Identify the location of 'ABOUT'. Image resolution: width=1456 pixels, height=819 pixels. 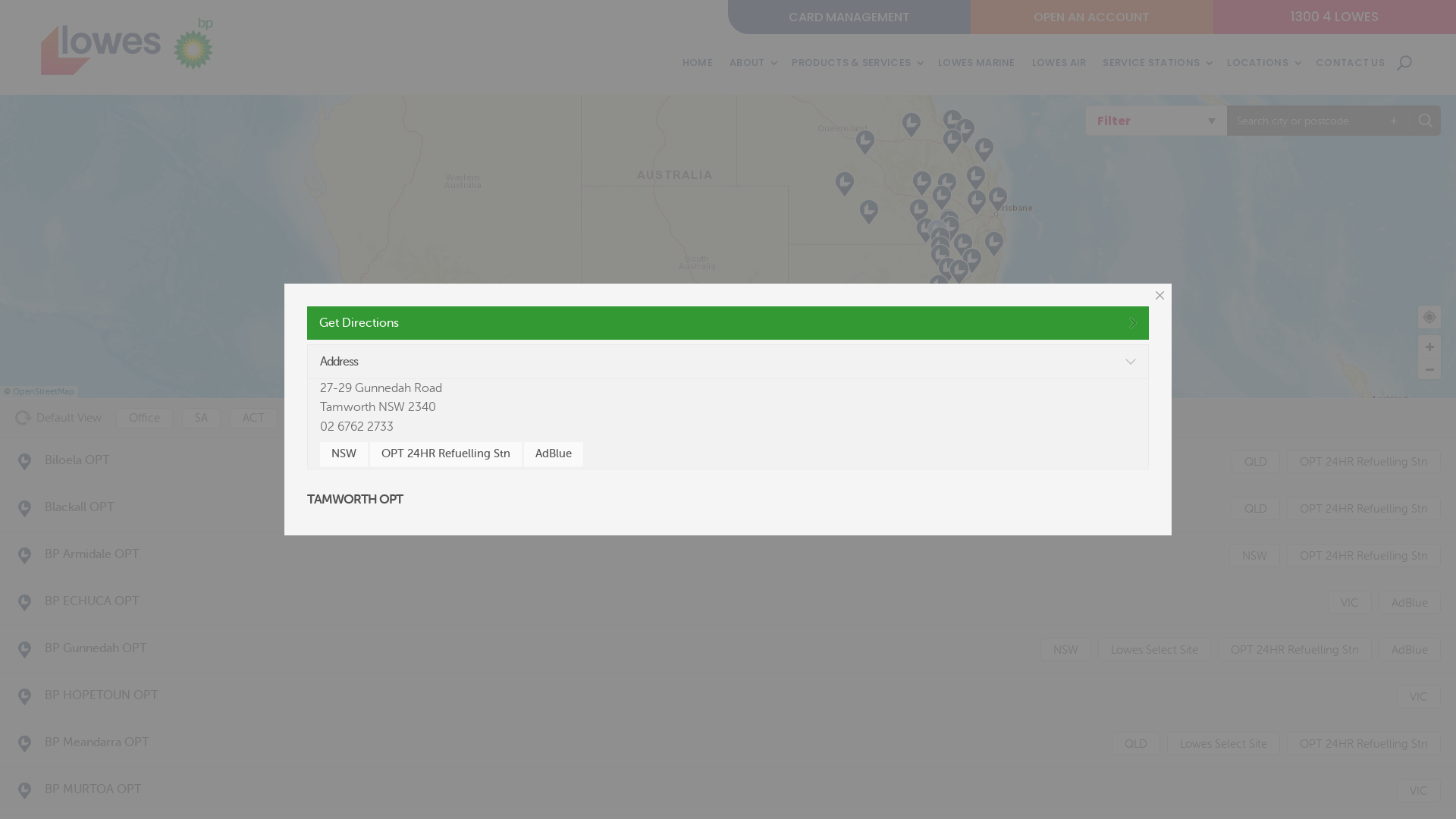
(752, 62).